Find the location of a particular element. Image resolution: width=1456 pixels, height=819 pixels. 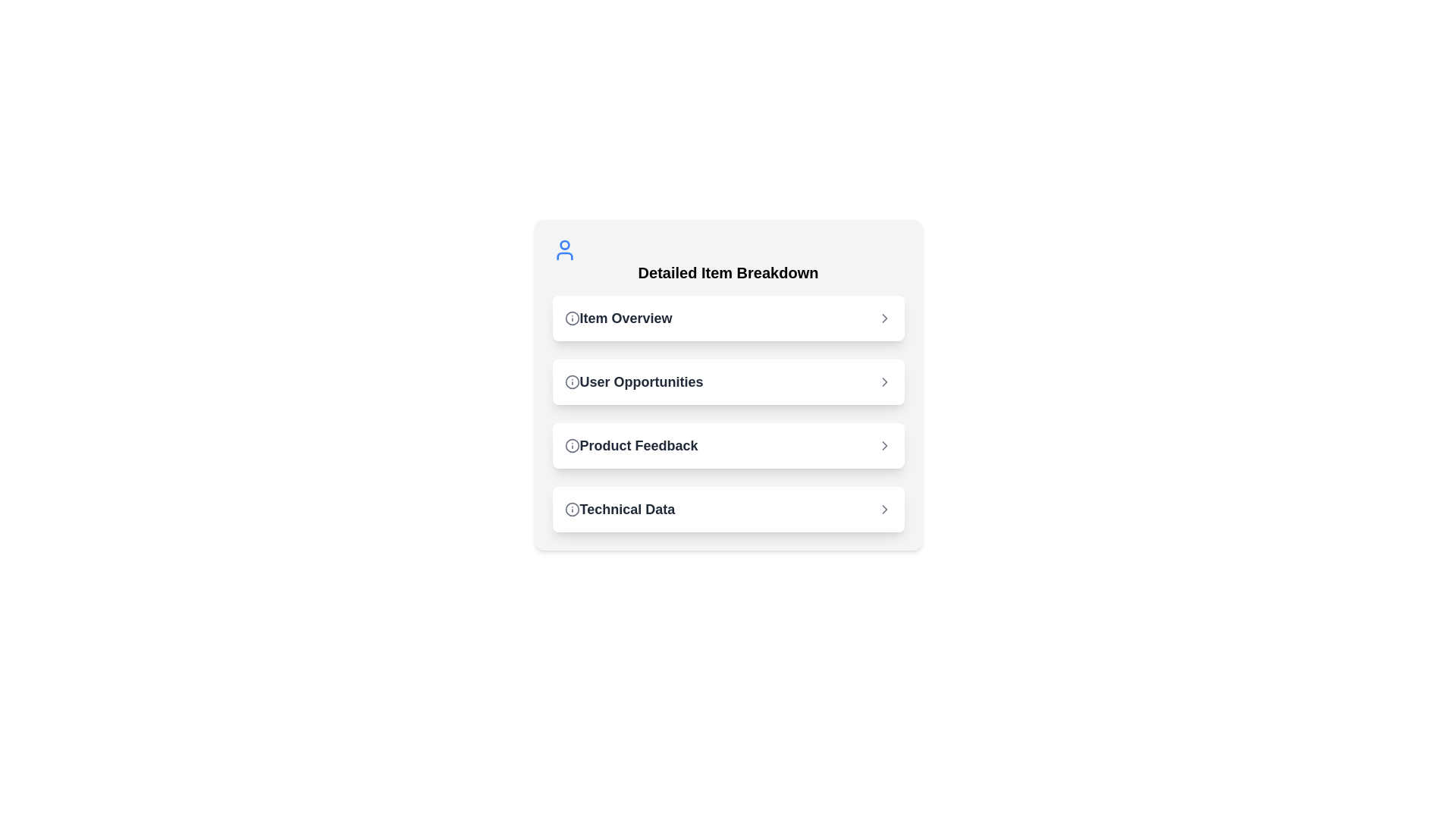

the 'Product Feedback' button located in the 'Detailed Item Breakdown' section is located at coordinates (728, 444).